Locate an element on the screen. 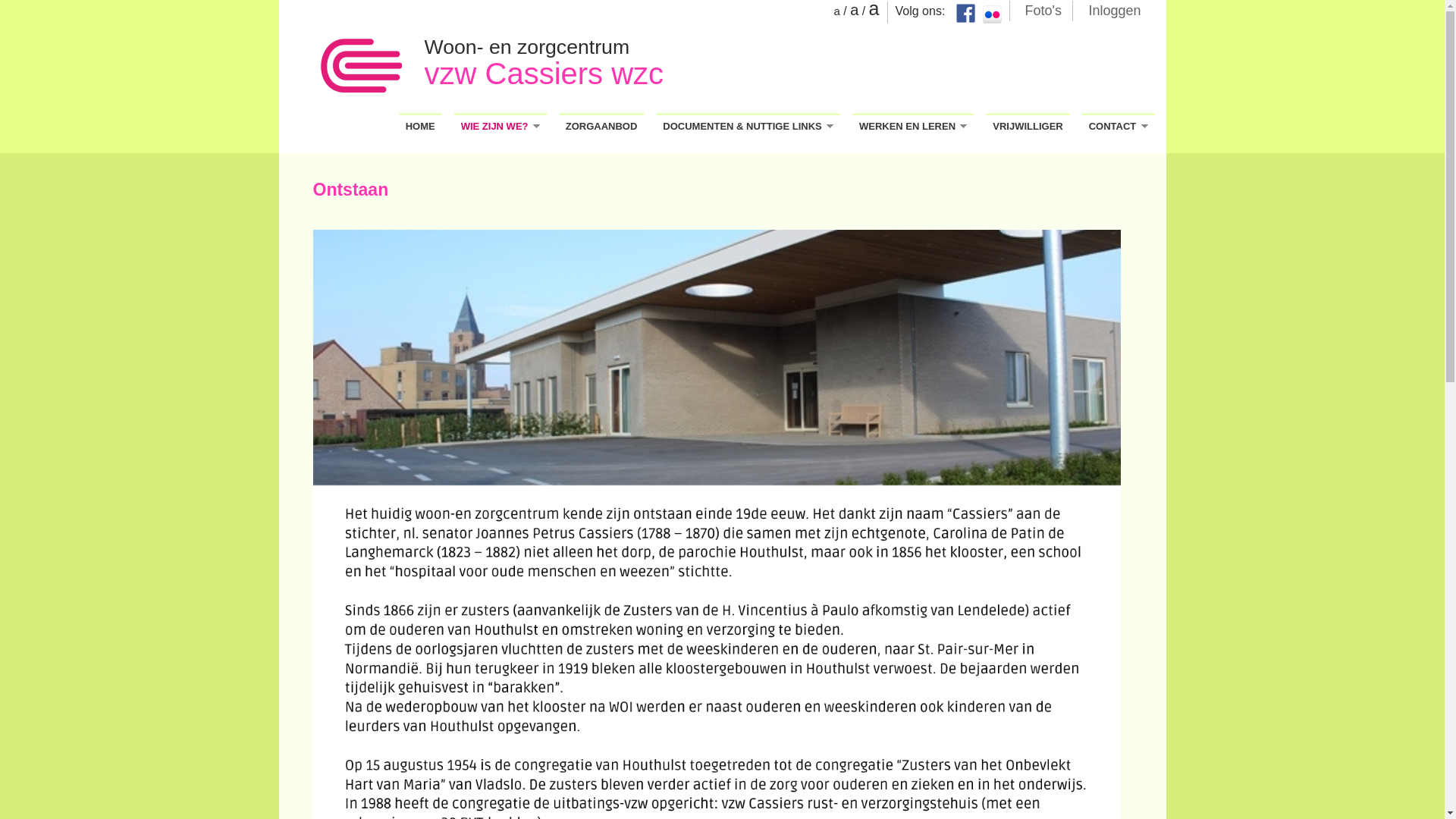 The image size is (1456, 819). 'Home Page' is located at coordinates (359, 66).